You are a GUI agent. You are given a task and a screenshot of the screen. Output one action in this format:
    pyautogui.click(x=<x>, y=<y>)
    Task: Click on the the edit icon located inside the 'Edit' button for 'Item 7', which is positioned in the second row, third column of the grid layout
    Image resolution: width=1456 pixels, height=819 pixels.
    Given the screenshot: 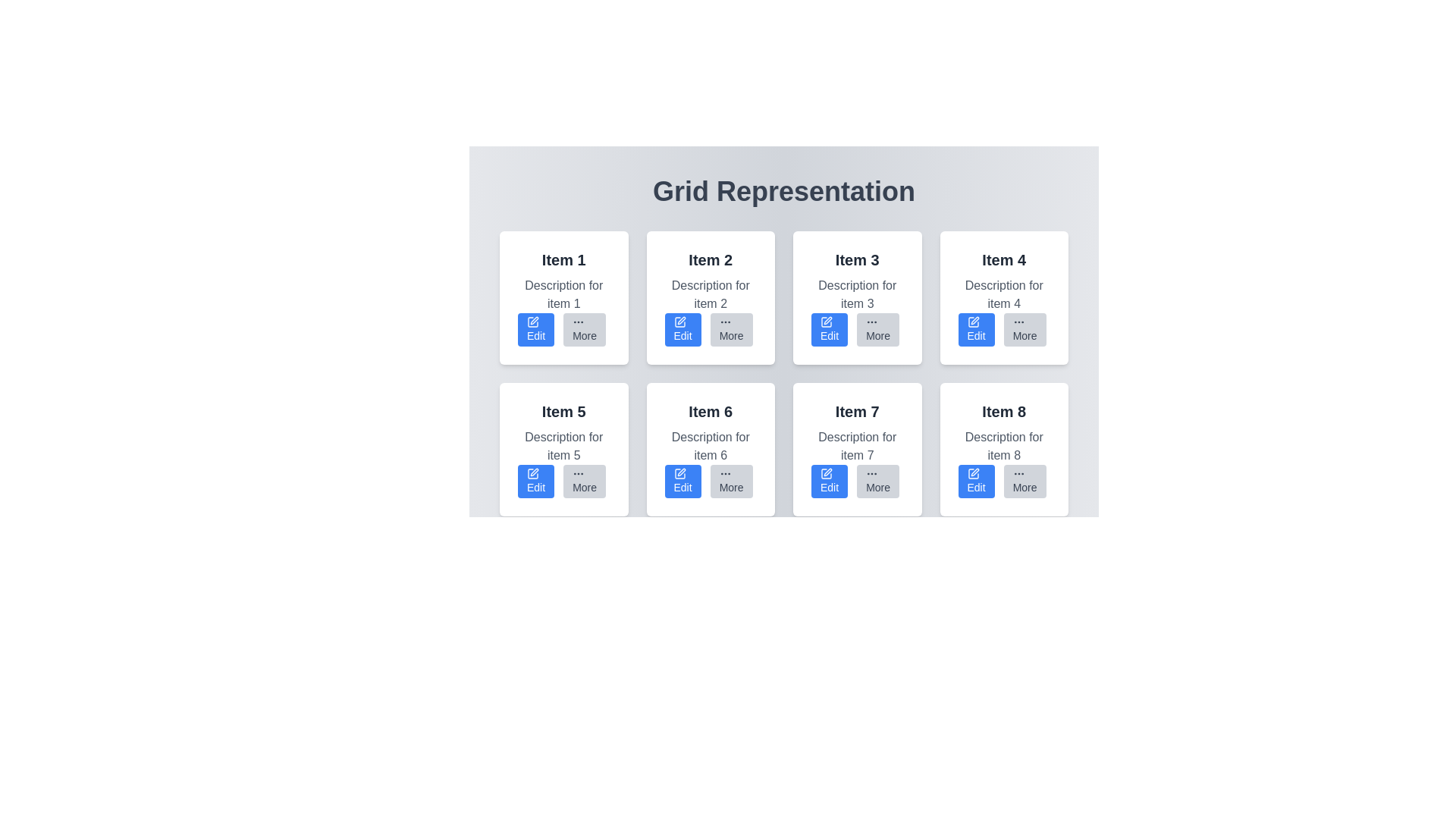 What is the action you would take?
    pyautogui.click(x=825, y=472)
    